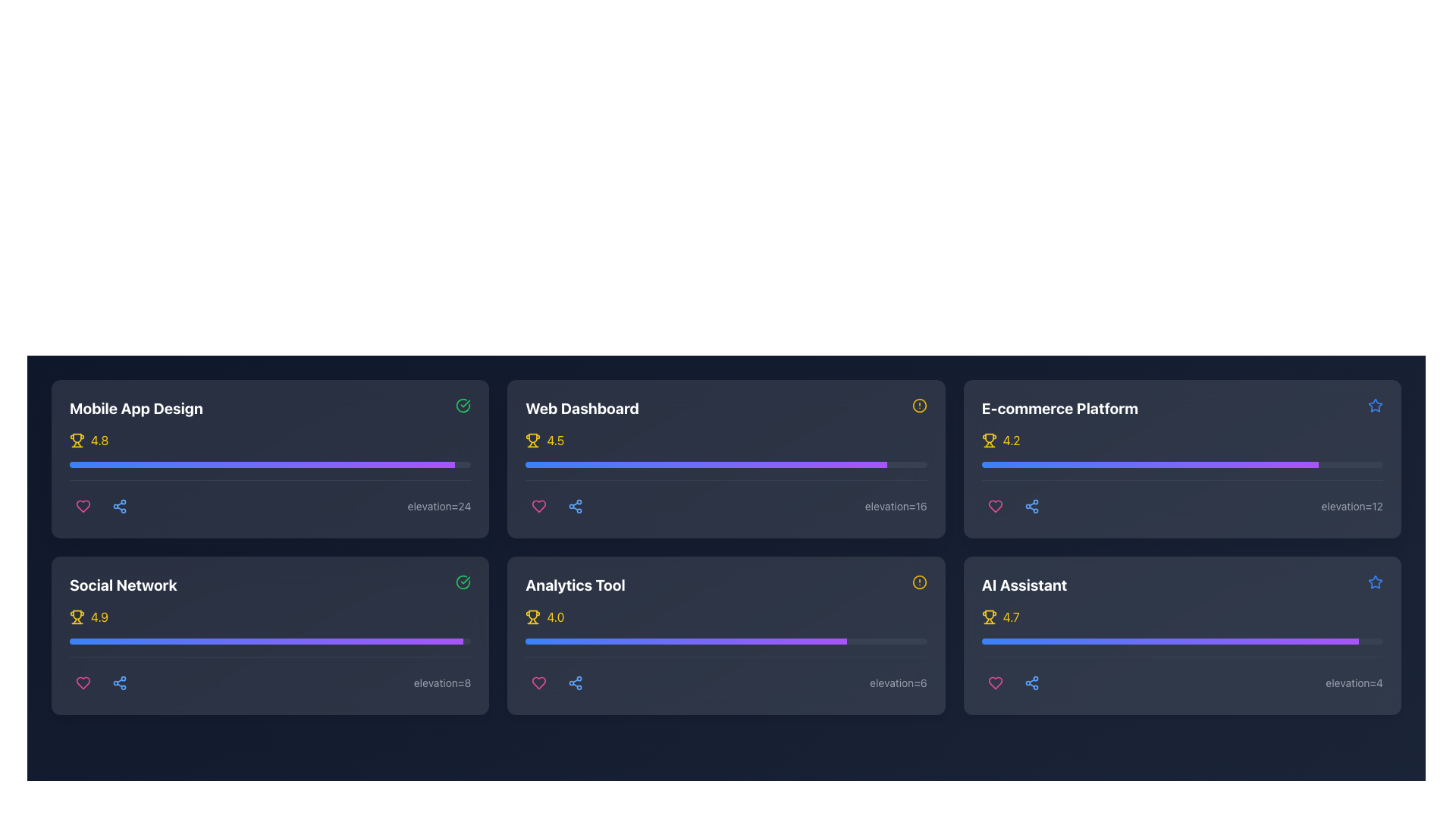  I want to click on the share icon represented by a blue connected network symbol located in the lower center of the 'E-commerce Platform' card to initiate the sharing action, so click(1031, 506).